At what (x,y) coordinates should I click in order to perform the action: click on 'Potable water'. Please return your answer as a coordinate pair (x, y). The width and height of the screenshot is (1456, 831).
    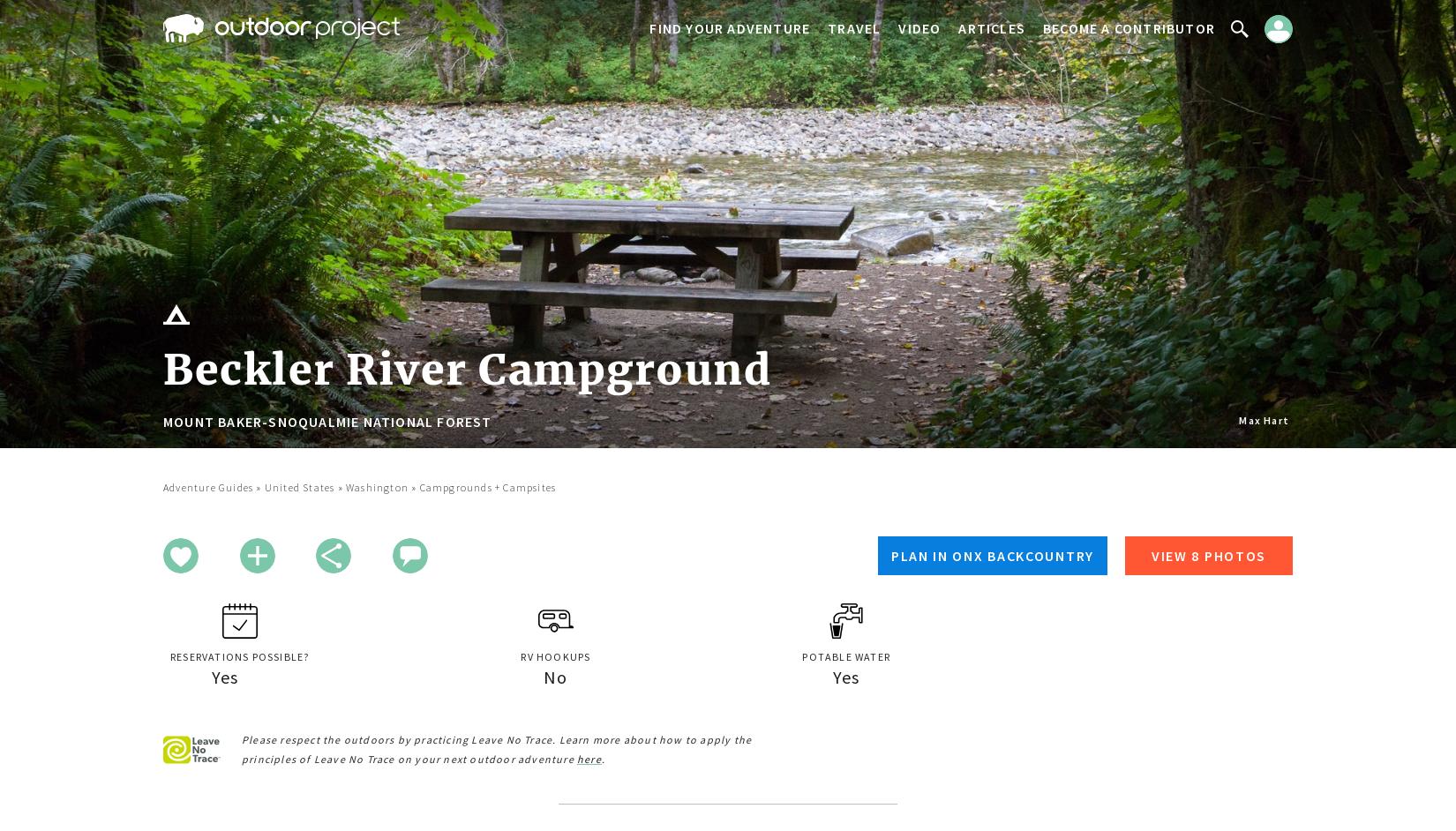
    Looking at the image, I should click on (801, 655).